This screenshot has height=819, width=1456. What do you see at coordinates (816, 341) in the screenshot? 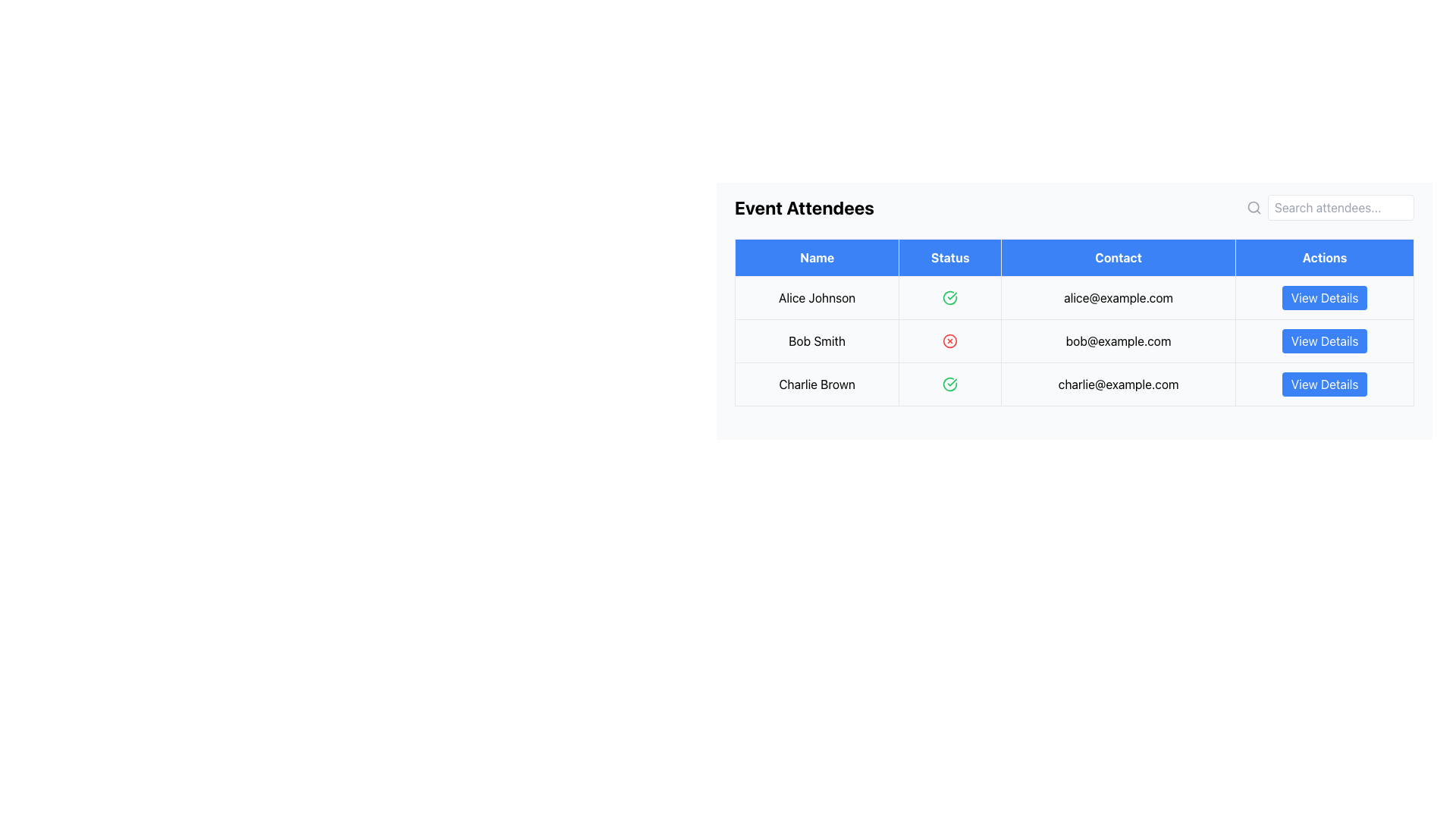
I see `the Text Label displaying 'Bob Smith' which is located in the second row of the table under the 'Name' column` at bounding box center [816, 341].